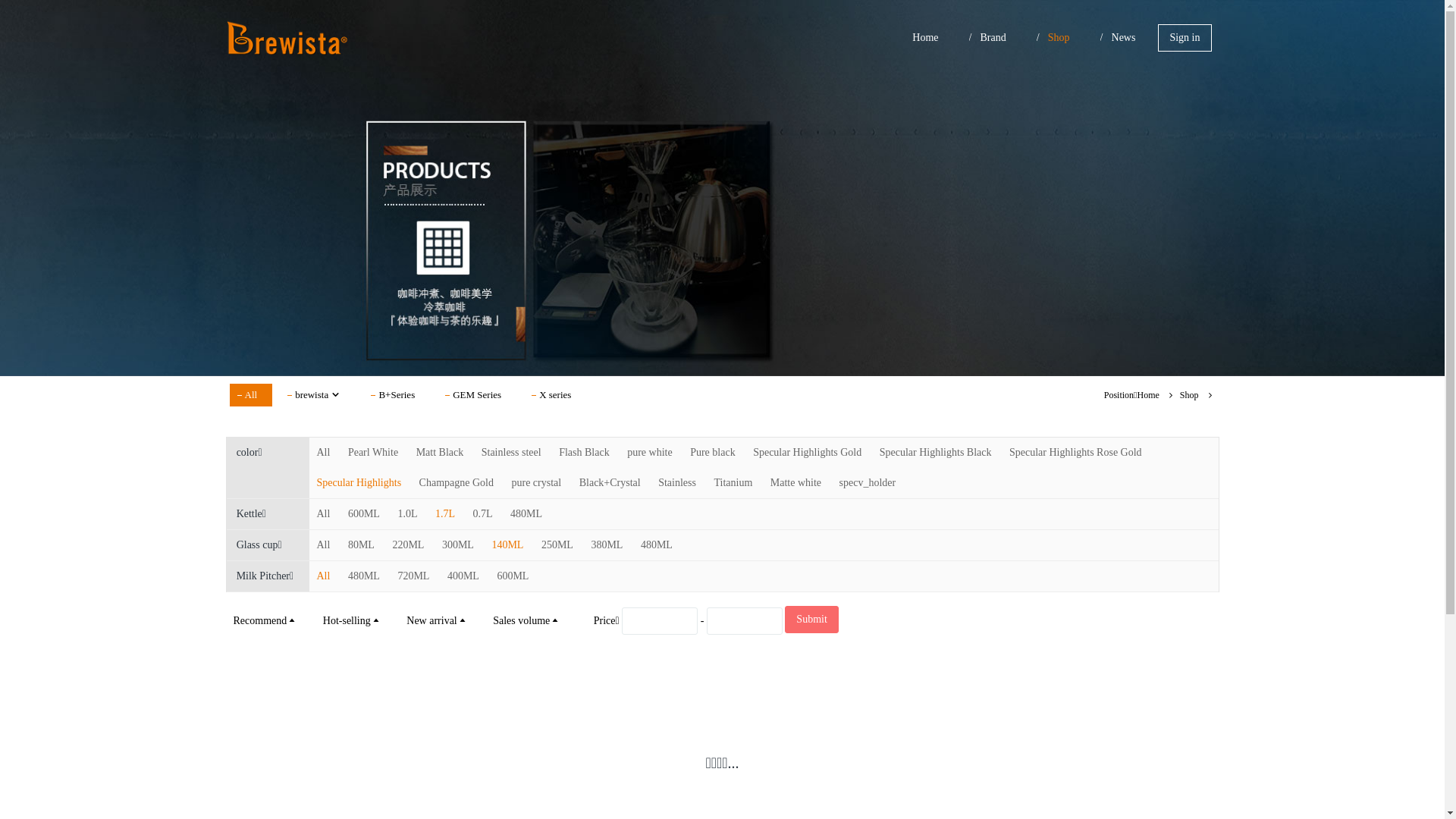 The height and width of the screenshot is (819, 1456). Describe the element at coordinates (475, 394) in the screenshot. I see `'GEM Series'` at that location.